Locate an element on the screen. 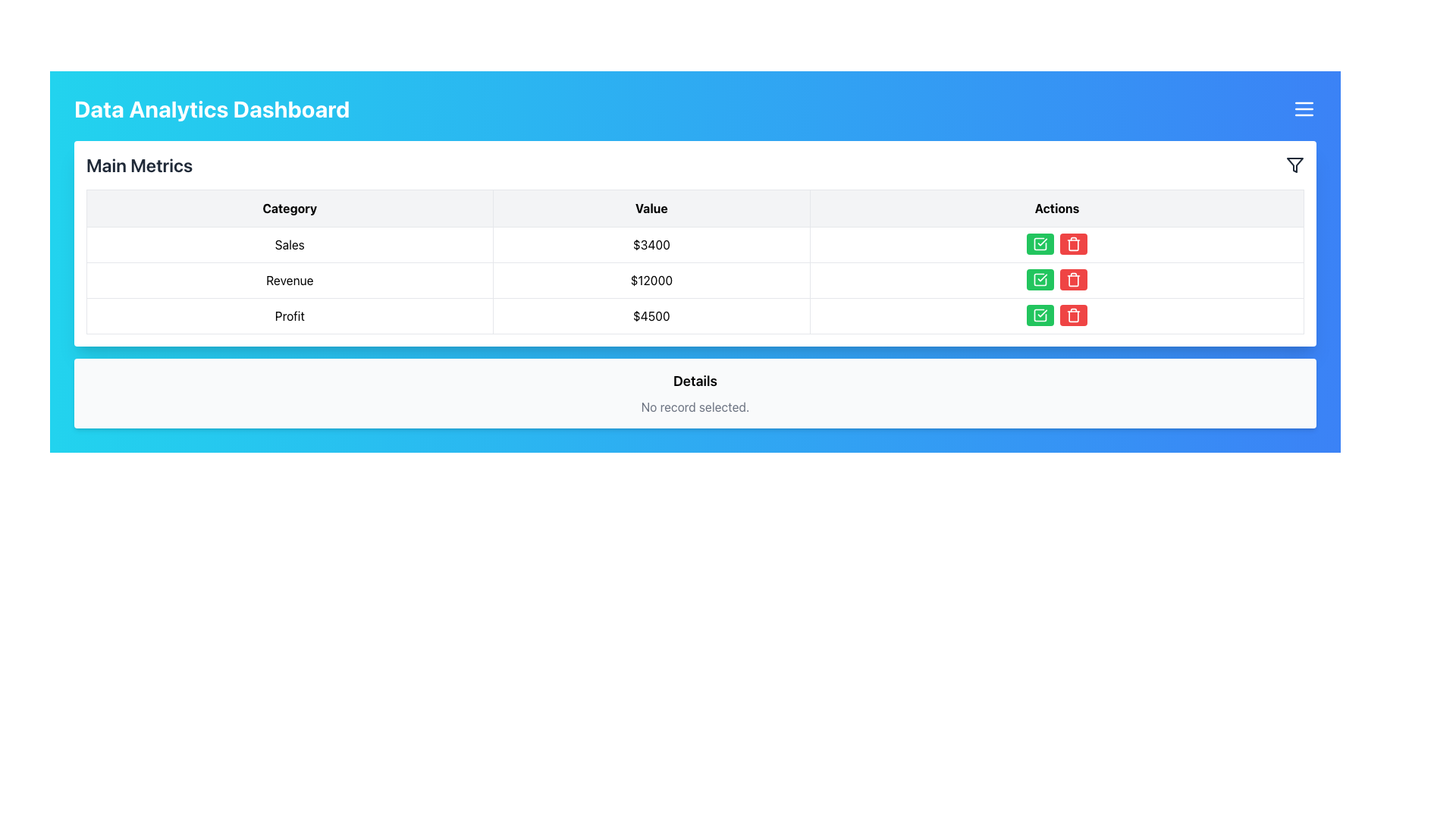  the text label reading 'Revenue' located in the second row and first column of the table under the 'Main Metrics' section is located at coordinates (290, 281).